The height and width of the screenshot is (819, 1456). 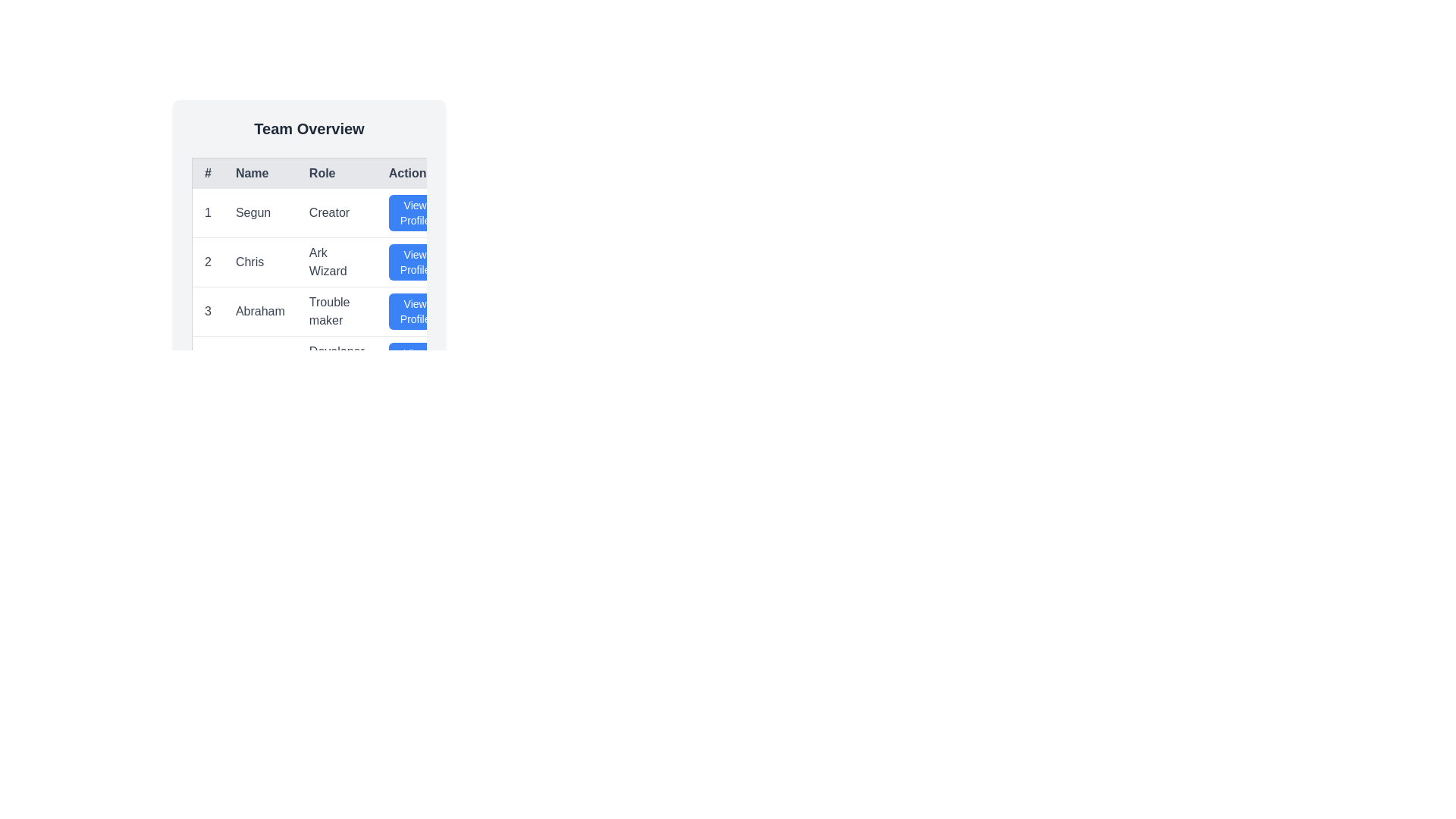 What do you see at coordinates (422, 311) in the screenshot?
I see `the button labeled 'Trouble maker' in the 'Action' column` at bounding box center [422, 311].